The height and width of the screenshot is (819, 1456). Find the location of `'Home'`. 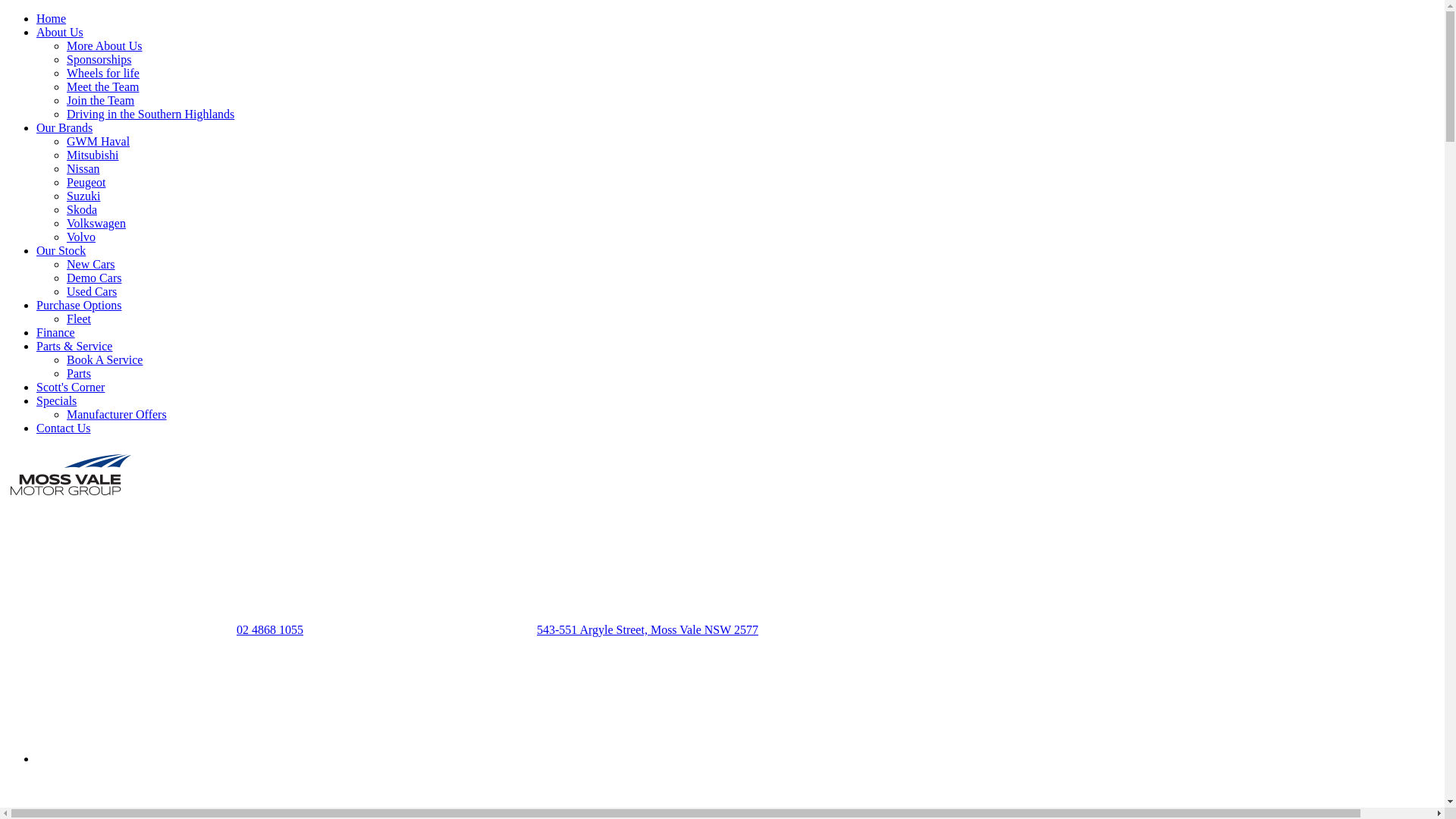

'Home' is located at coordinates (36, 18).